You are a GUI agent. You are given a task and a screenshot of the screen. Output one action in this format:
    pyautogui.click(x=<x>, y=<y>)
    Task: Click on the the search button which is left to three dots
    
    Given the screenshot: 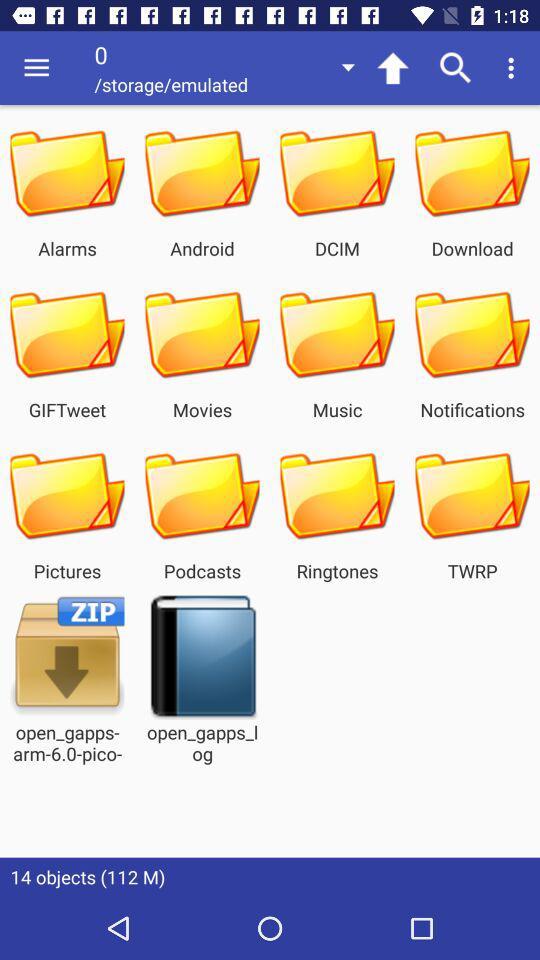 What is the action you would take?
    pyautogui.click(x=456, y=68)
    